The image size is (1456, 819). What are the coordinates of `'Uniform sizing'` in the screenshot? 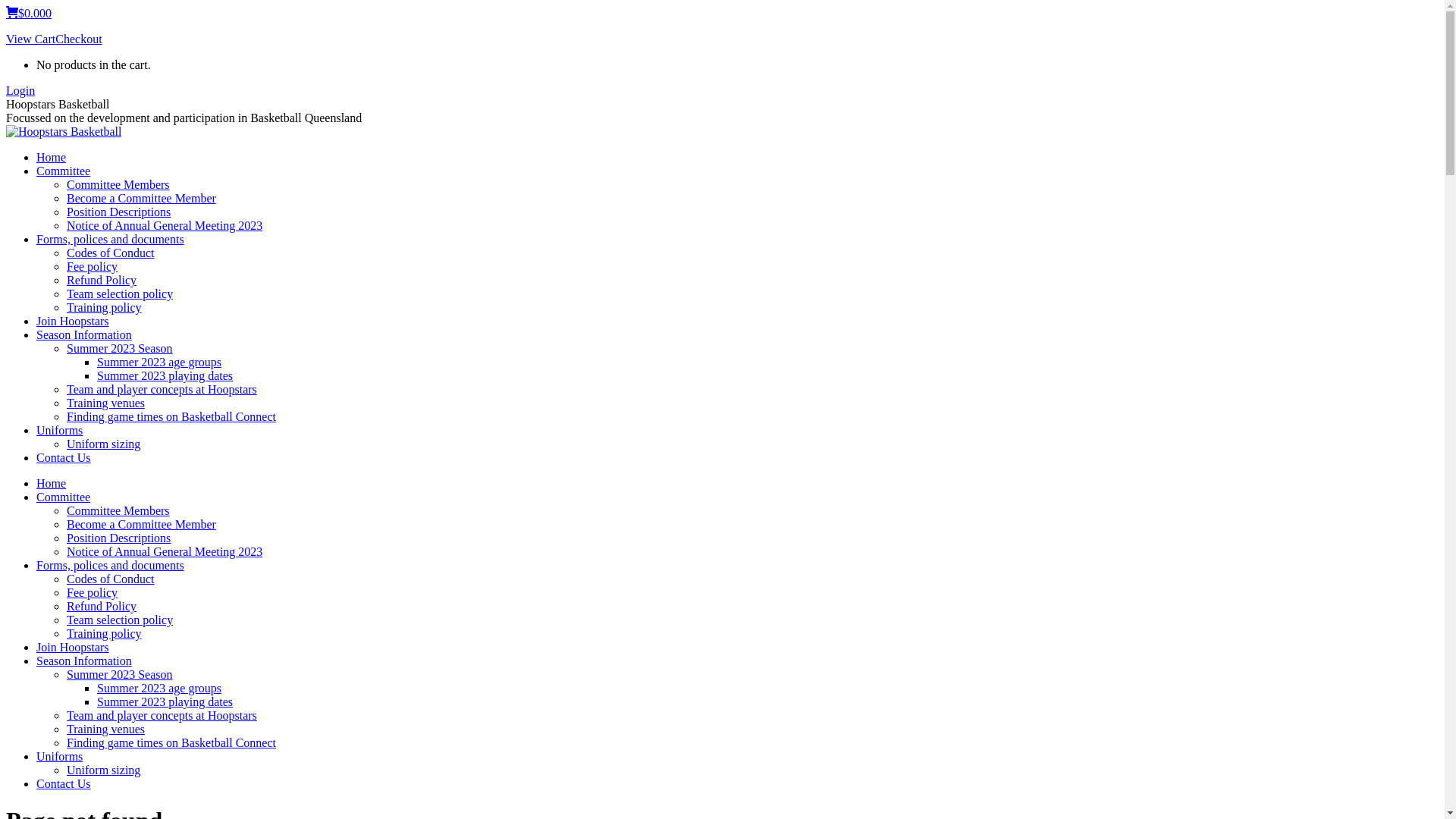 It's located at (102, 770).